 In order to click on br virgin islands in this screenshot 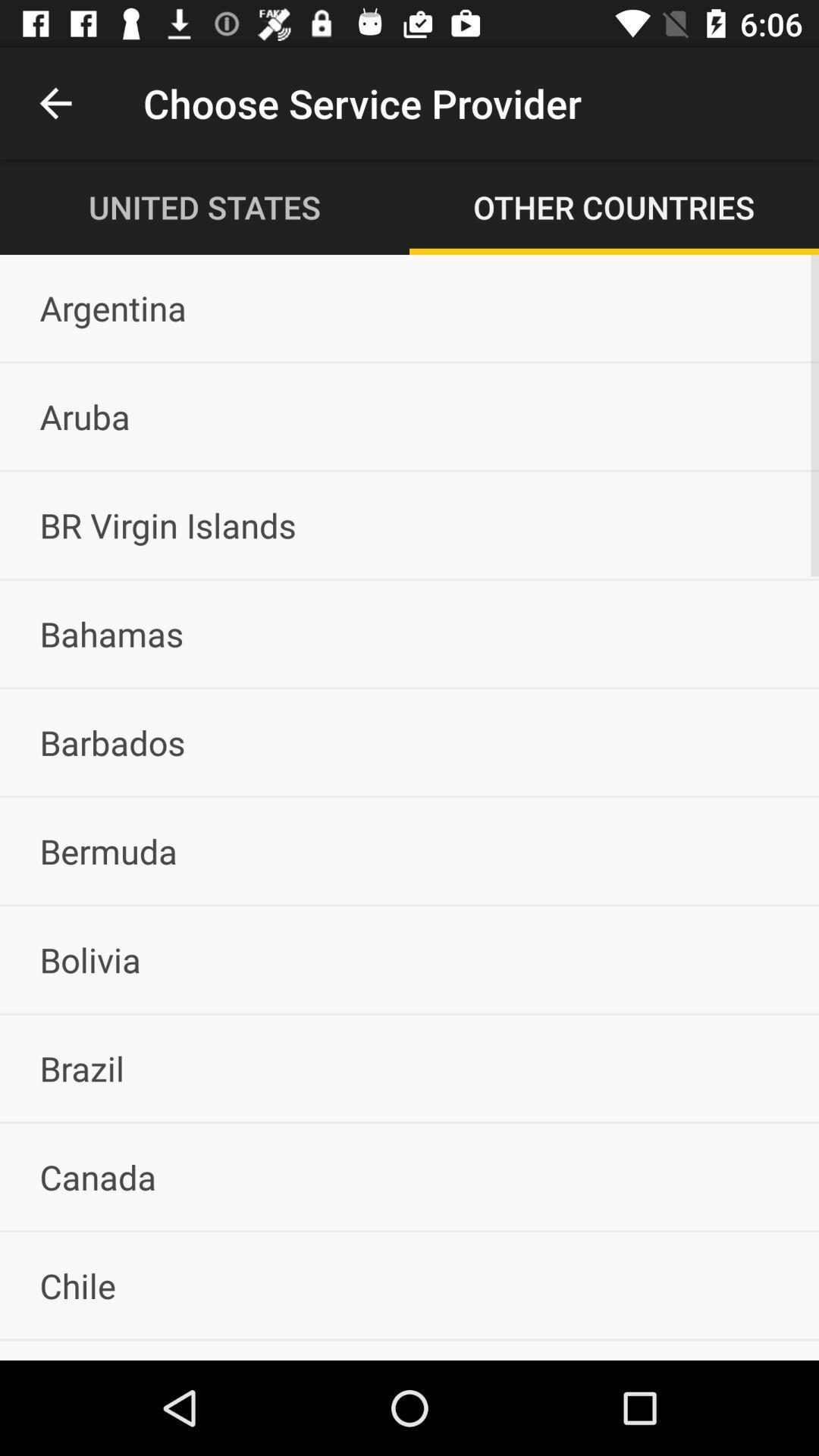, I will do `click(409, 525)`.